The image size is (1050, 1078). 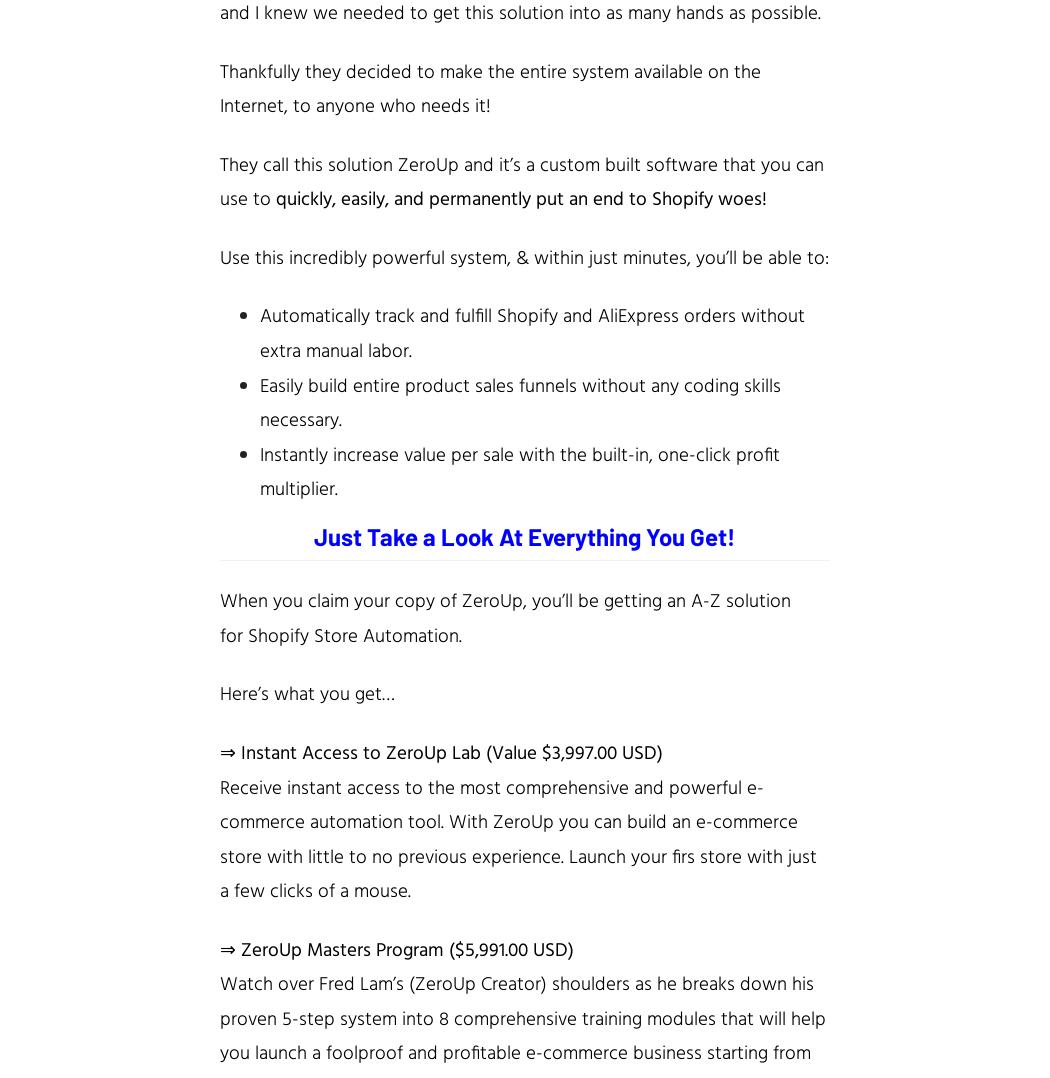 What do you see at coordinates (463, 199) in the screenshot?
I see `'quickly, easily, and permanently put an end to'` at bounding box center [463, 199].